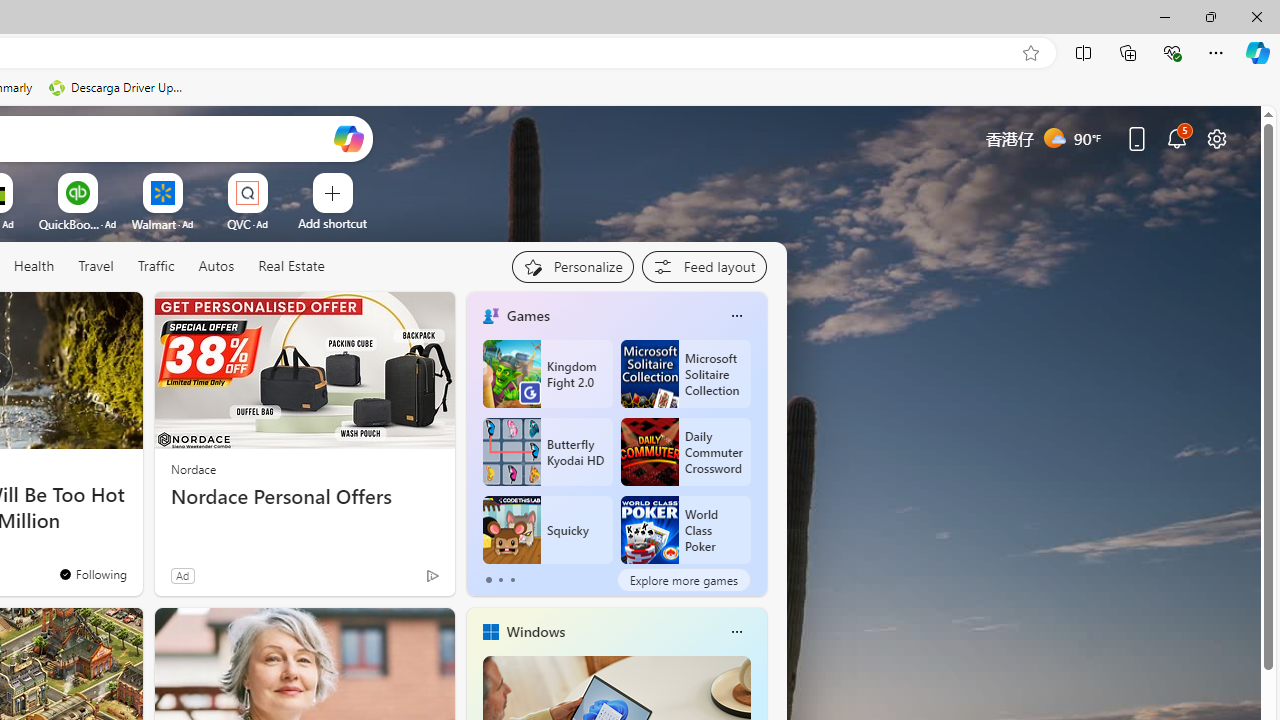  What do you see at coordinates (571, 266) in the screenshot?
I see `'Personalize your feed"'` at bounding box center [571, 266].